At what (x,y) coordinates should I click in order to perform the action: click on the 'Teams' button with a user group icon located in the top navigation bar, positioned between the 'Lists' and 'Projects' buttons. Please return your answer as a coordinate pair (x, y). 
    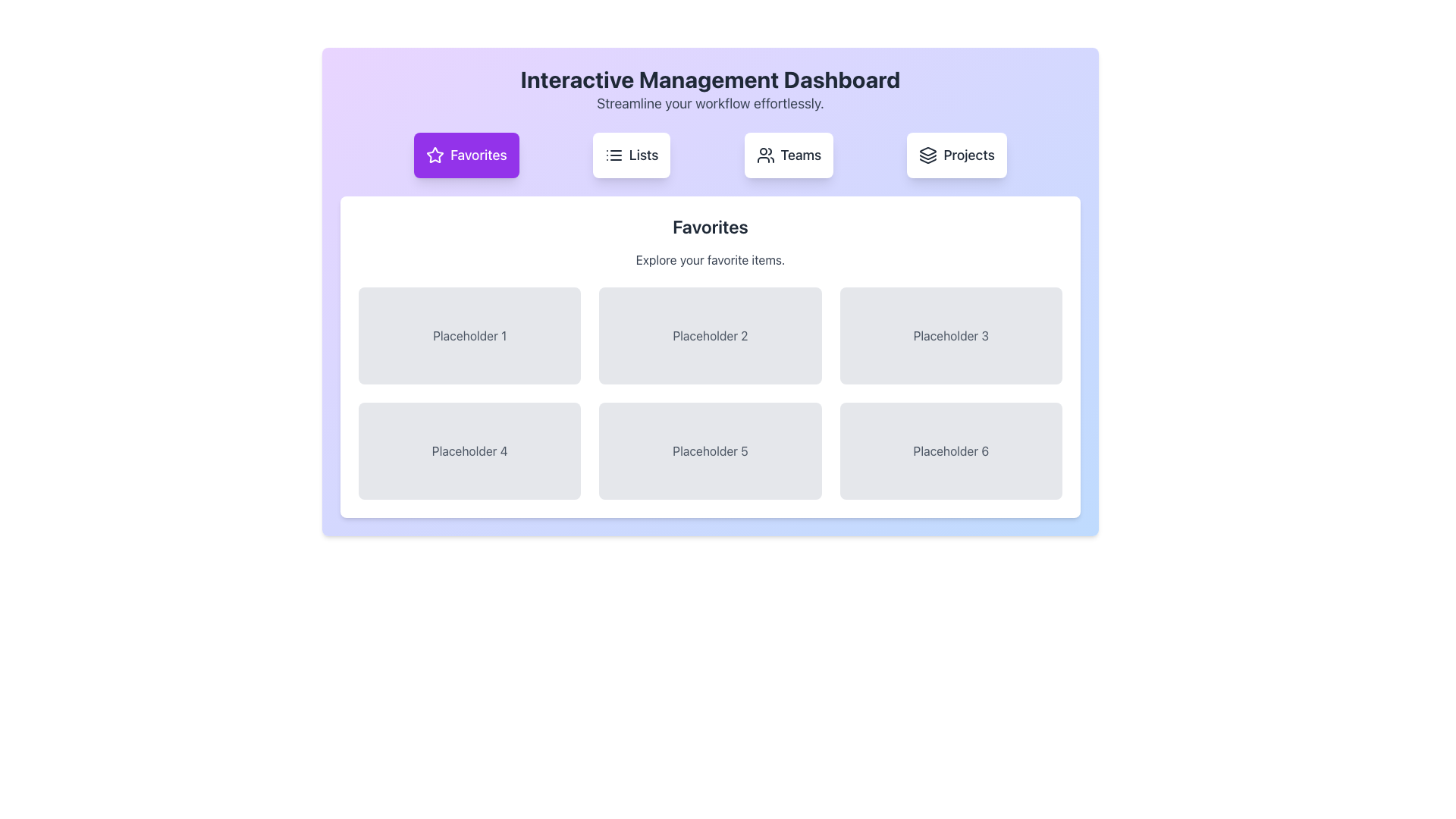
    Looking at the image, I should click on (789, 155).